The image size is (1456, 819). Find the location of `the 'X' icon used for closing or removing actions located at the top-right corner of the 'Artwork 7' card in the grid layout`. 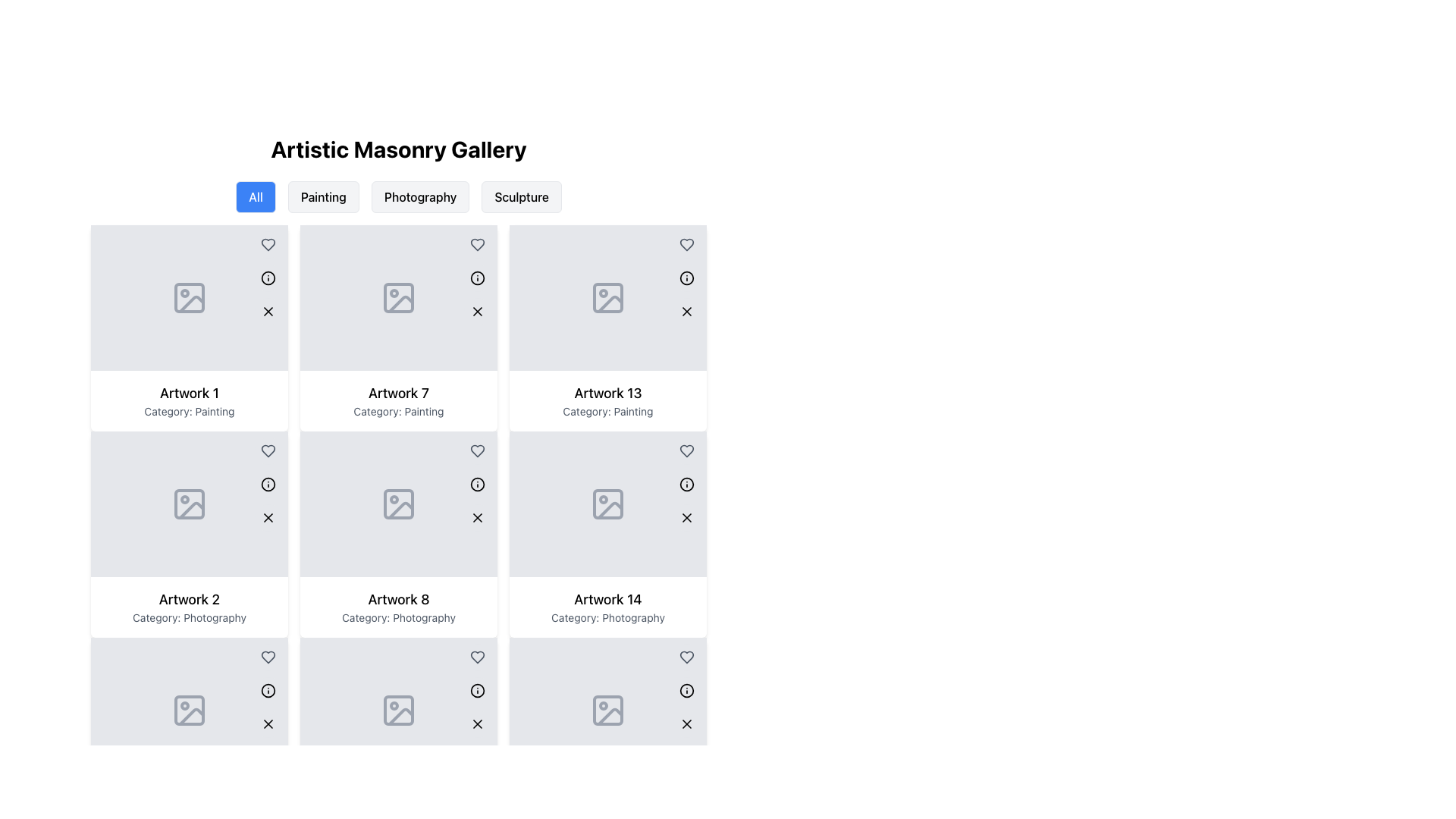

the 'X' icon used for closing or removing actions located at the top-right corner of the 'Artwork 7' card in the grid layout is located at coordinates (476, 311).